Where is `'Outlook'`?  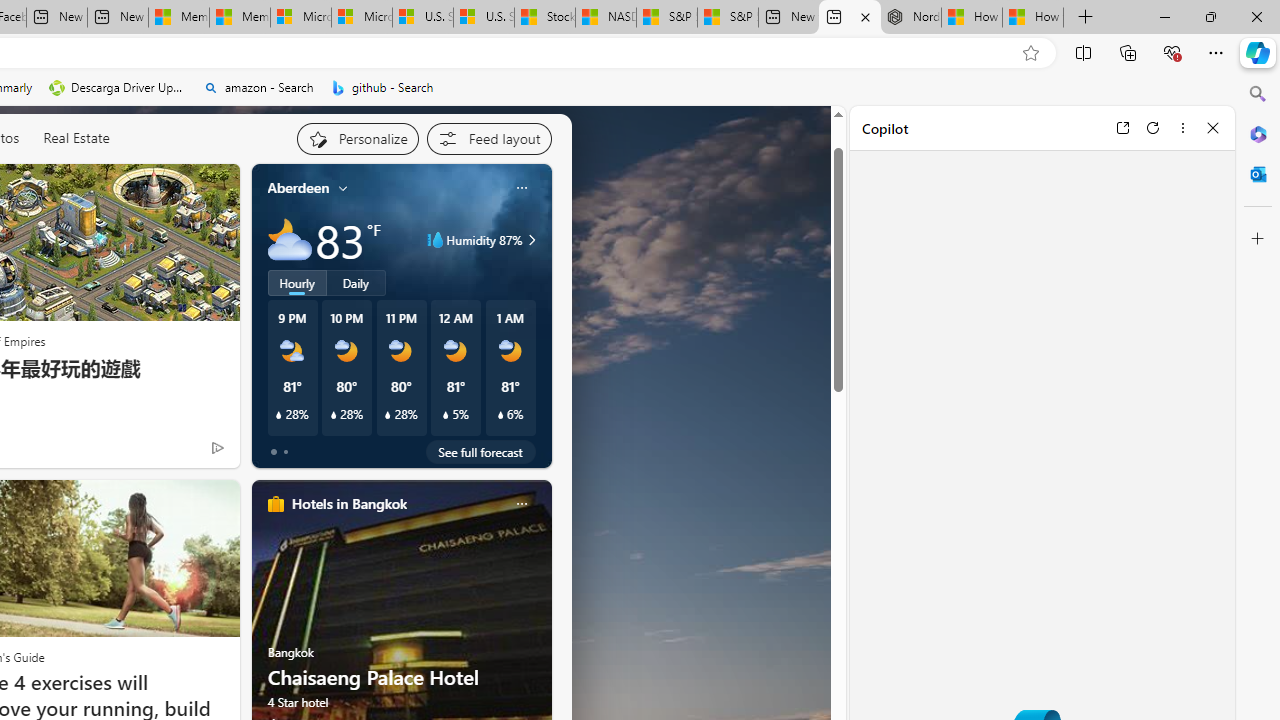 'Outlook' is located at coordinates (1257, 173).